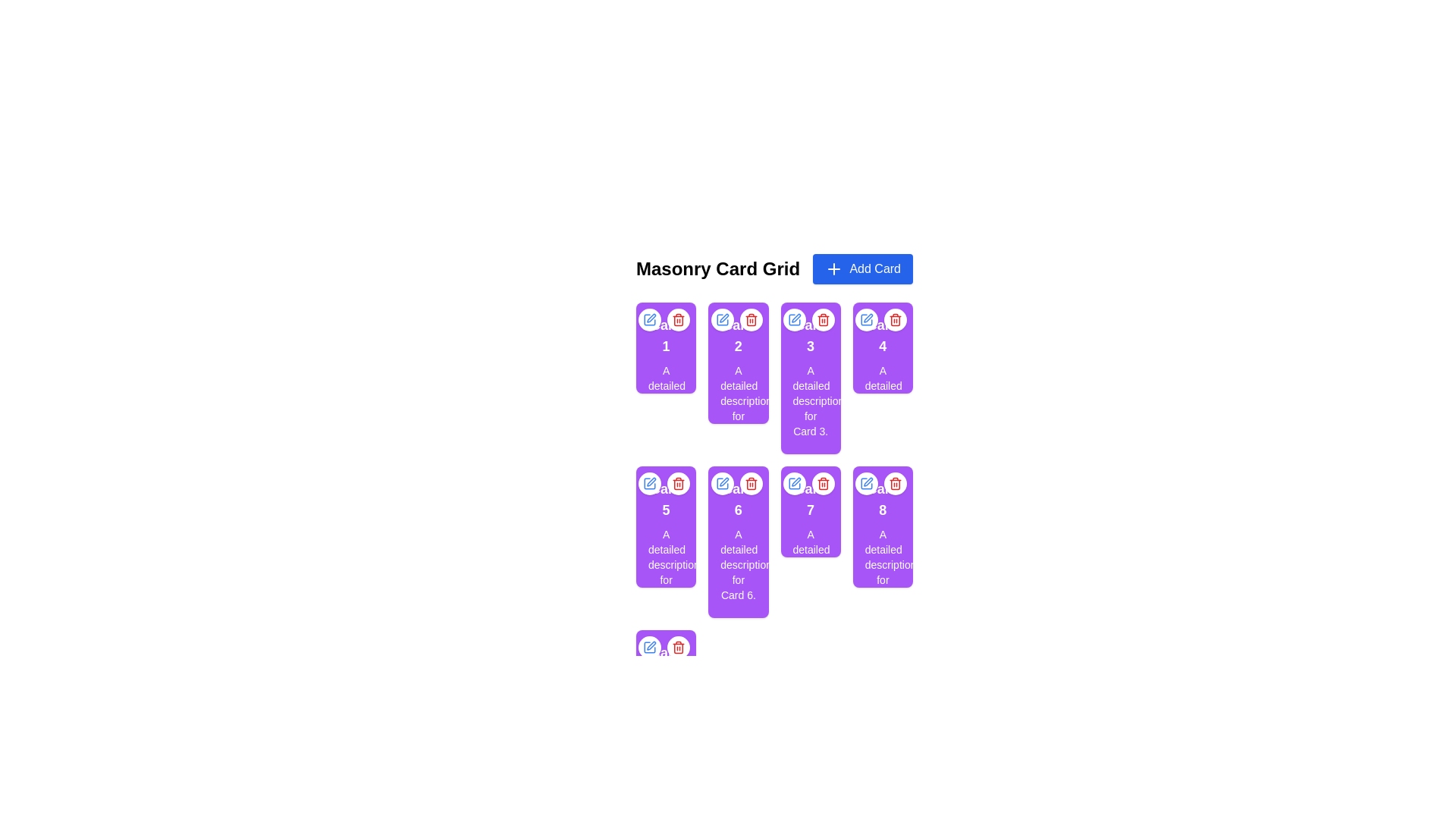 The height and width of the screenshot is (819, 1456). I want to click on the rectangular edit icon with a blue outline and a pencil symbol located at the top-left of card number '2' to initiate an edit action, so click(721, 318).